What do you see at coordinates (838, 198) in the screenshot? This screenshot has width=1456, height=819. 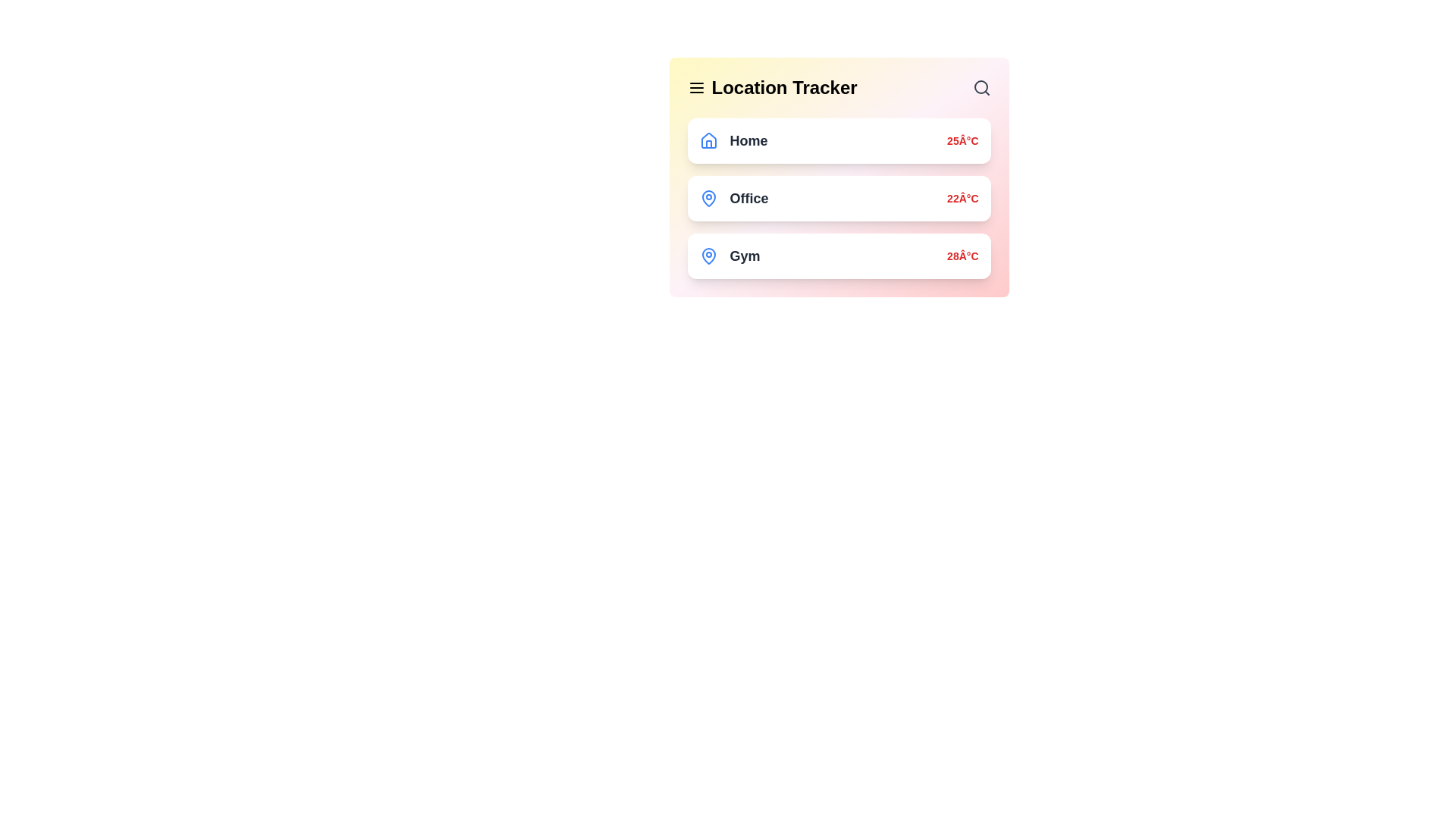 I see `the location item labeled Office` at bounding box center [838, 198].